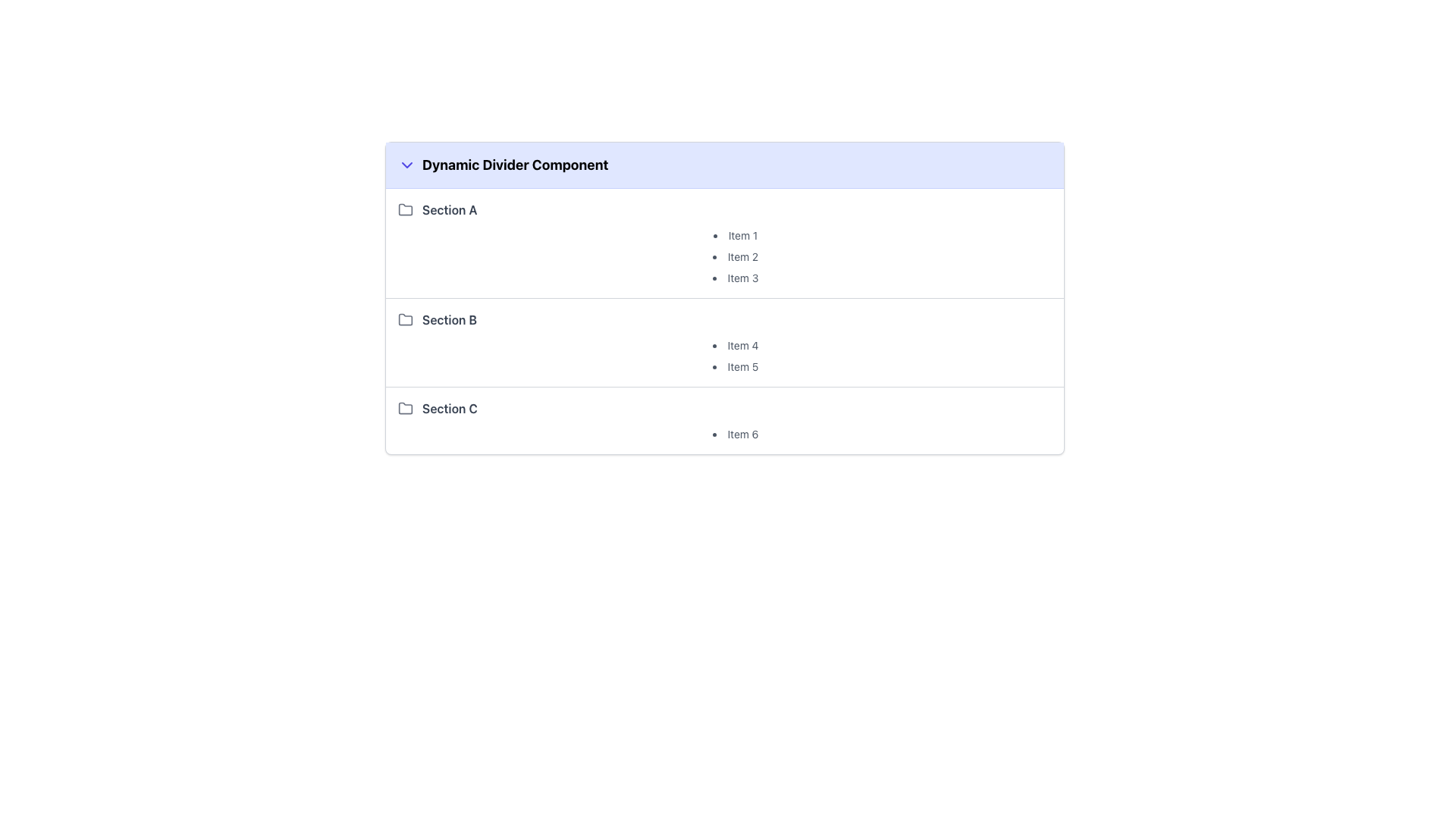 The image size is (1456, 819). What do you see at coordinates (735, 366) in the screenshot?
I see `the informational label 'Item 5' which is the second item in the bulleted list of 'Section B', positioned horizontally centered in the viewport` at bounding box center [735, 366].